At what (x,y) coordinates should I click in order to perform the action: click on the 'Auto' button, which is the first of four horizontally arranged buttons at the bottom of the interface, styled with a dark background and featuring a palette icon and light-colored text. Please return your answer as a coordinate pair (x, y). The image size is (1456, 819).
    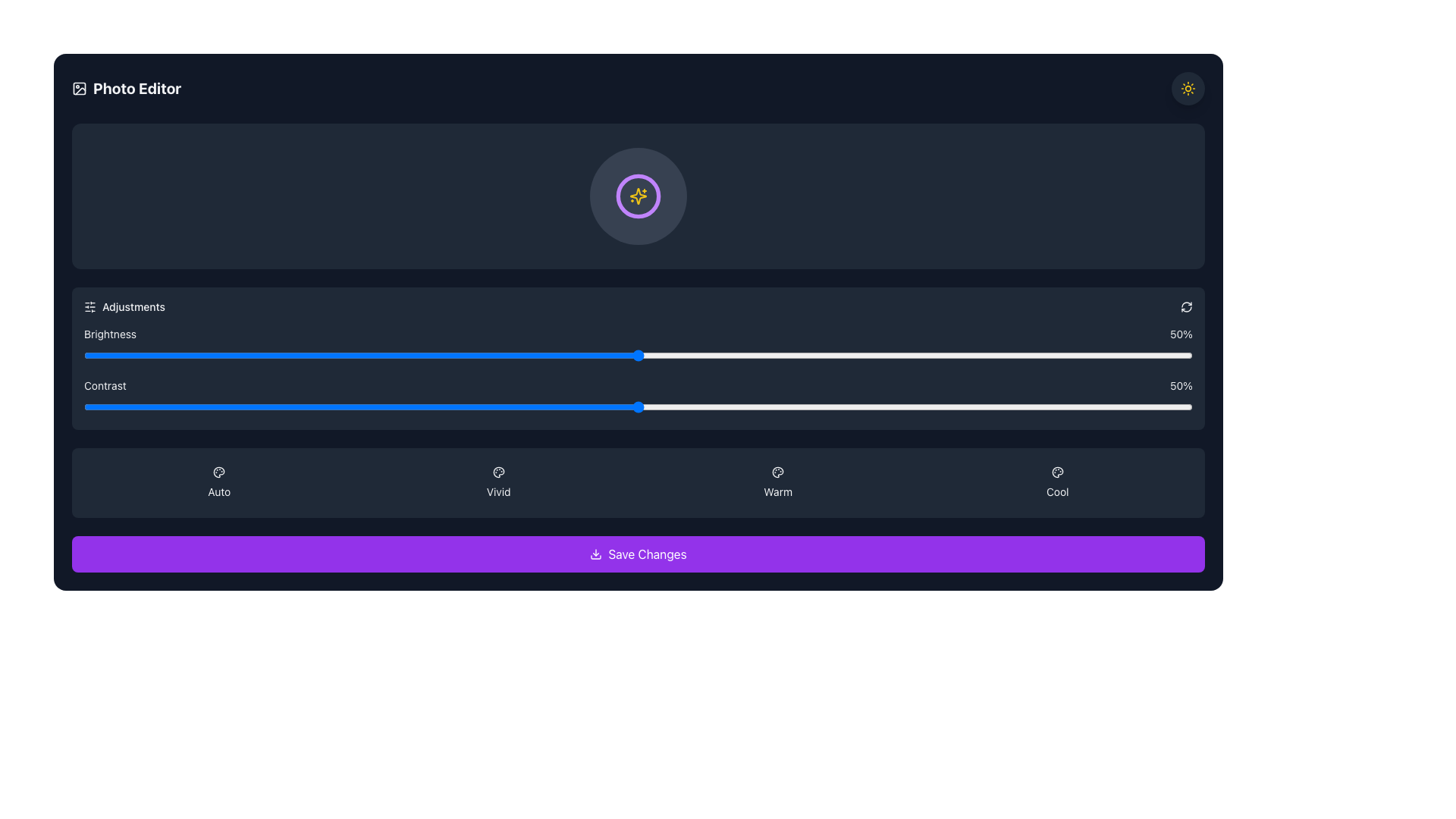
    Looking at the image, I should click on (218, 482).